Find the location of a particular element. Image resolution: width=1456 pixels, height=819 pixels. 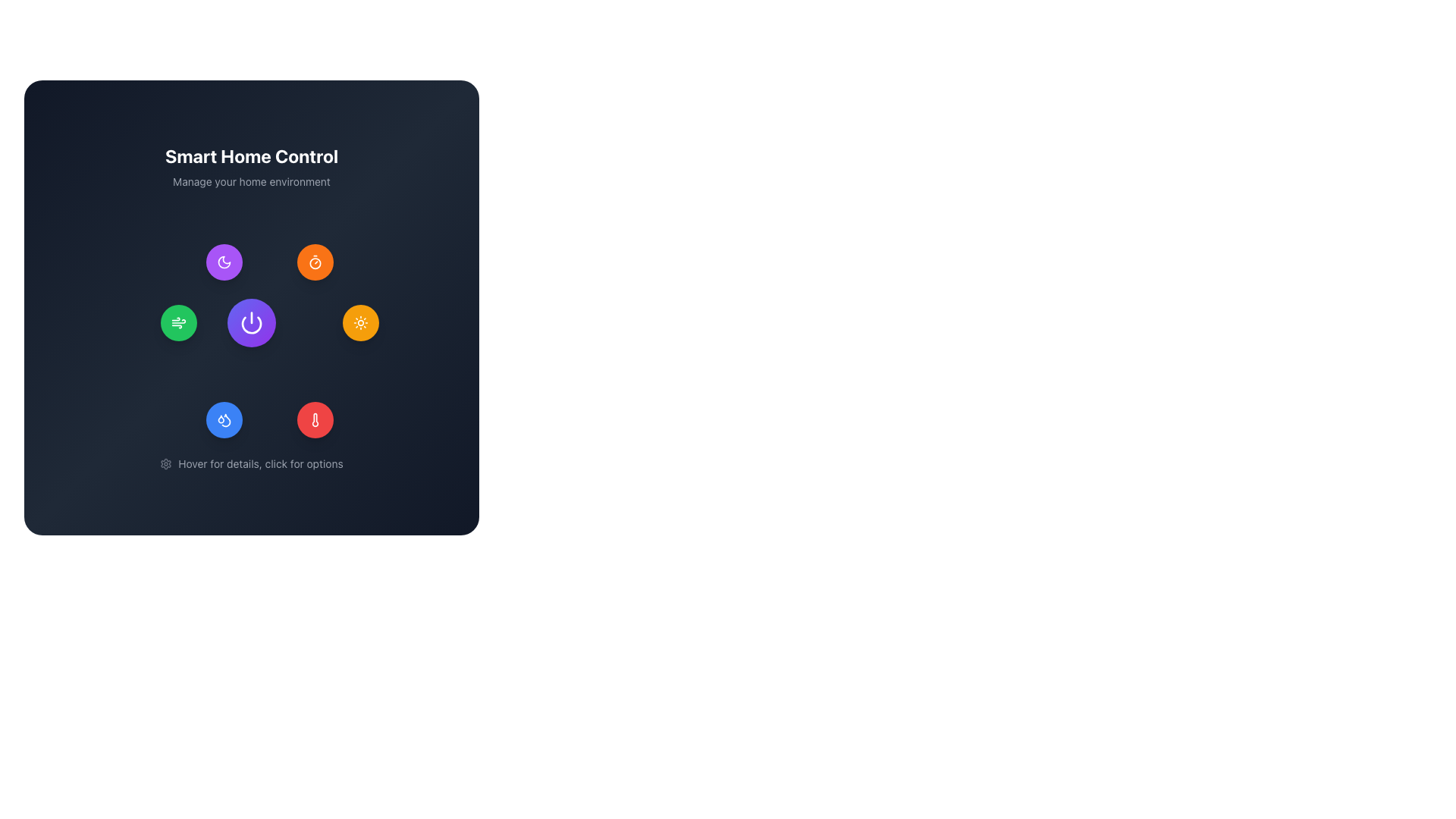

the night mode button in the smart home control panel is located at coordinates (224, 262).